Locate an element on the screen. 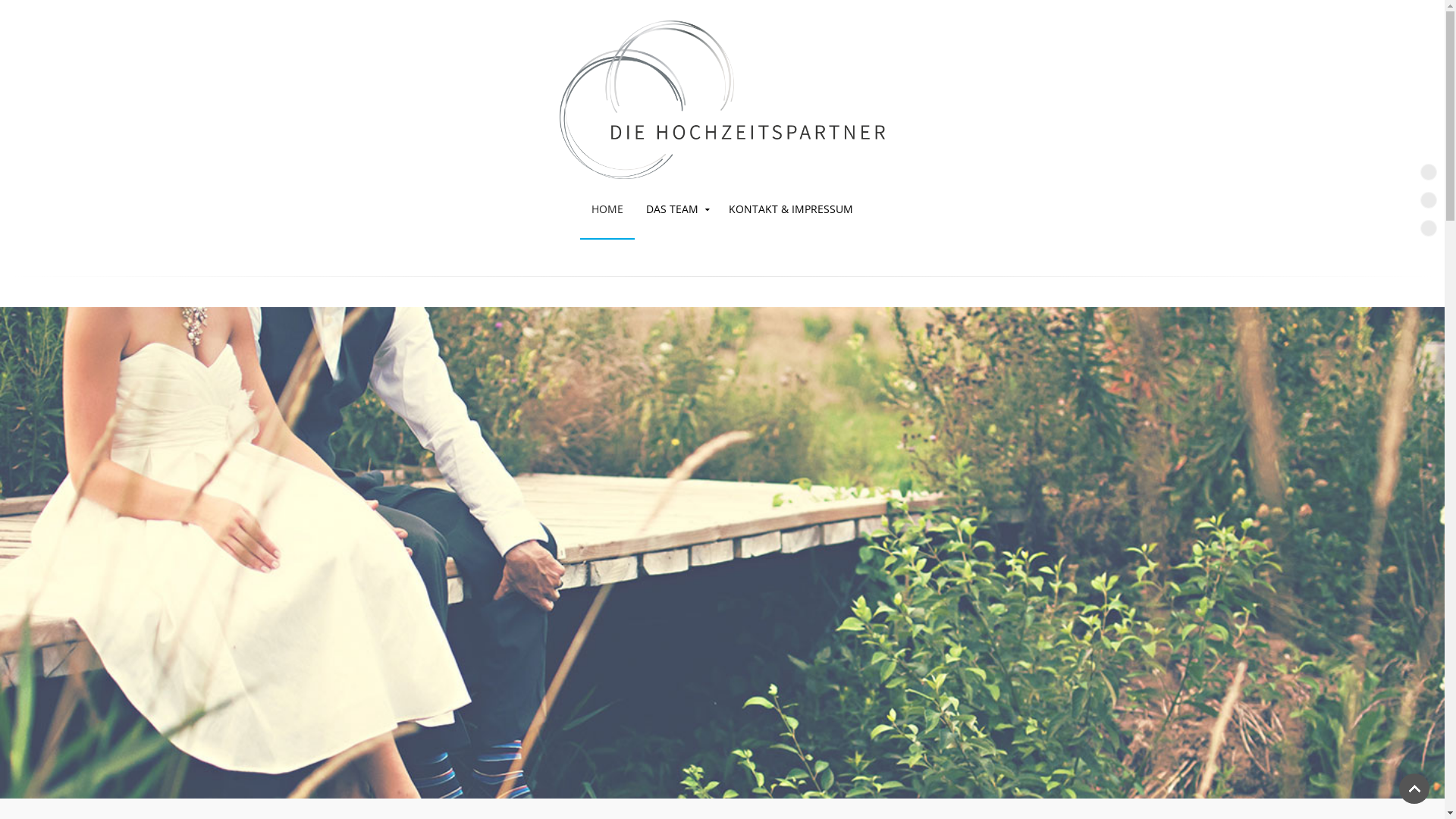 Image resolution: width=1456 pixels, height=819 pixels. 'KONTAKT & IMPRESSUM' is located at coordinates (716, 209).